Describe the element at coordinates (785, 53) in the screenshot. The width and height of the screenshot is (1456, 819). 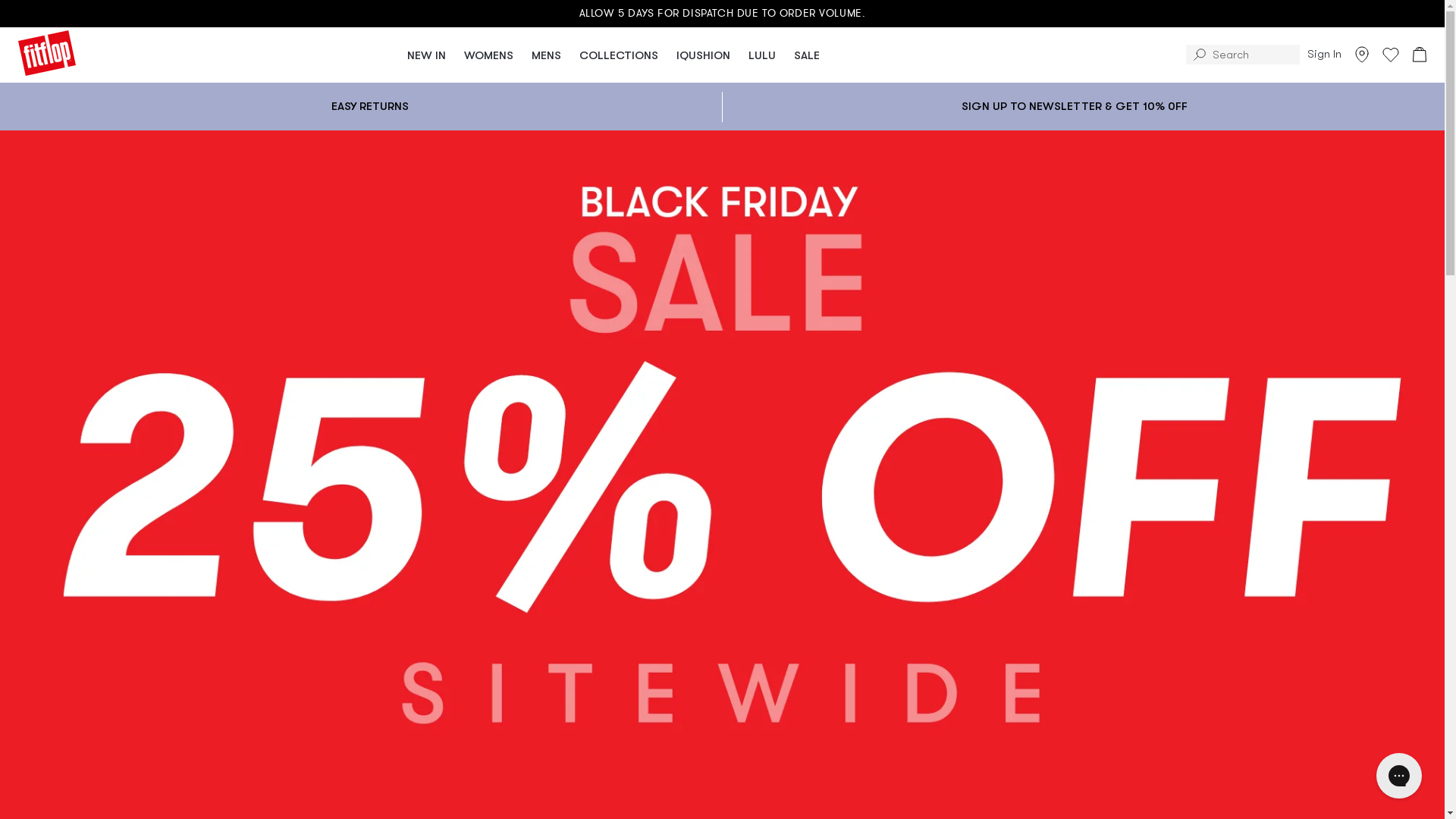
I see `'SALE'` at that location.